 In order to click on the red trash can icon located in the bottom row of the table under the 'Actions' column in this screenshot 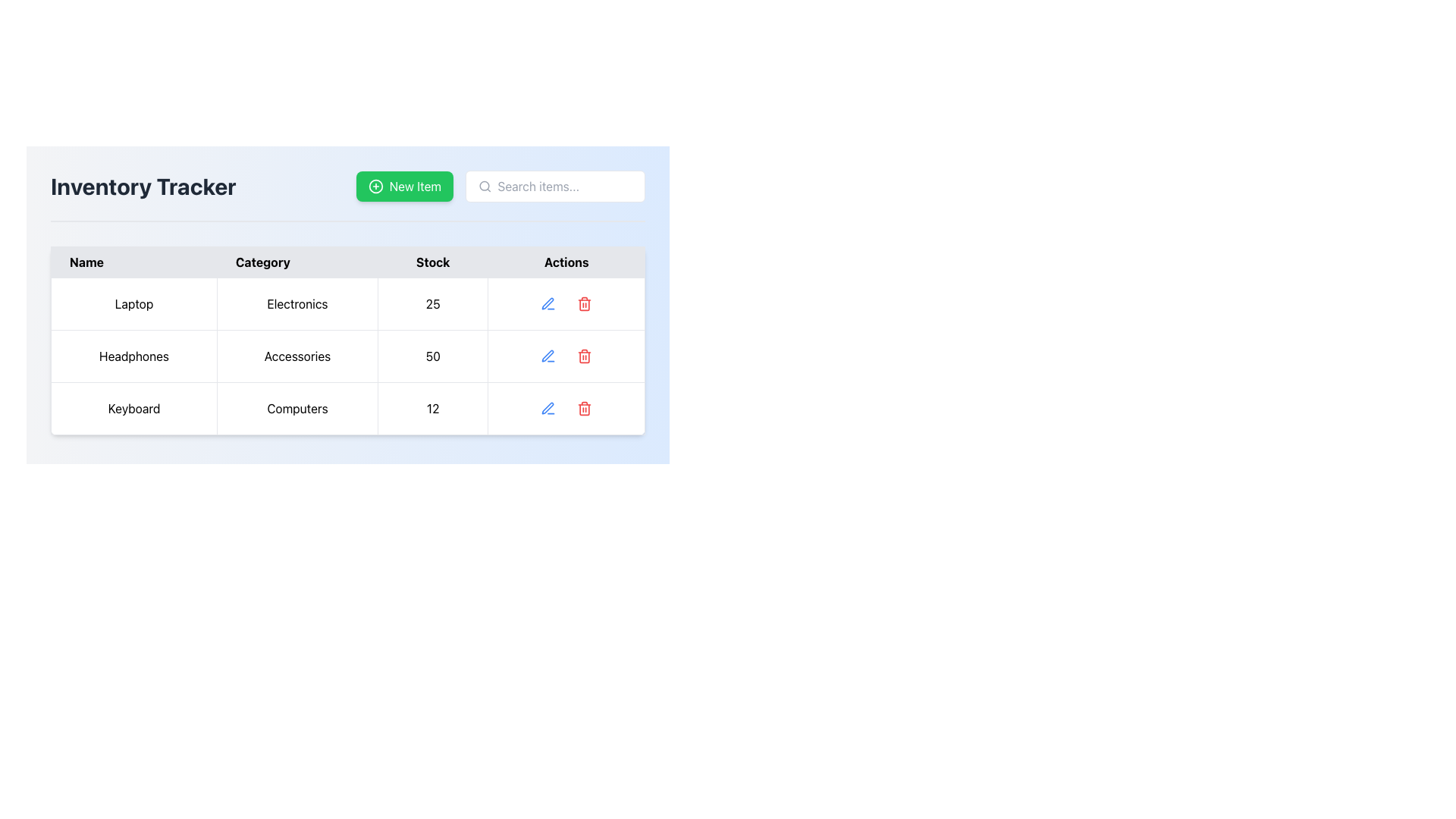, I will do `click(584, 408)`.